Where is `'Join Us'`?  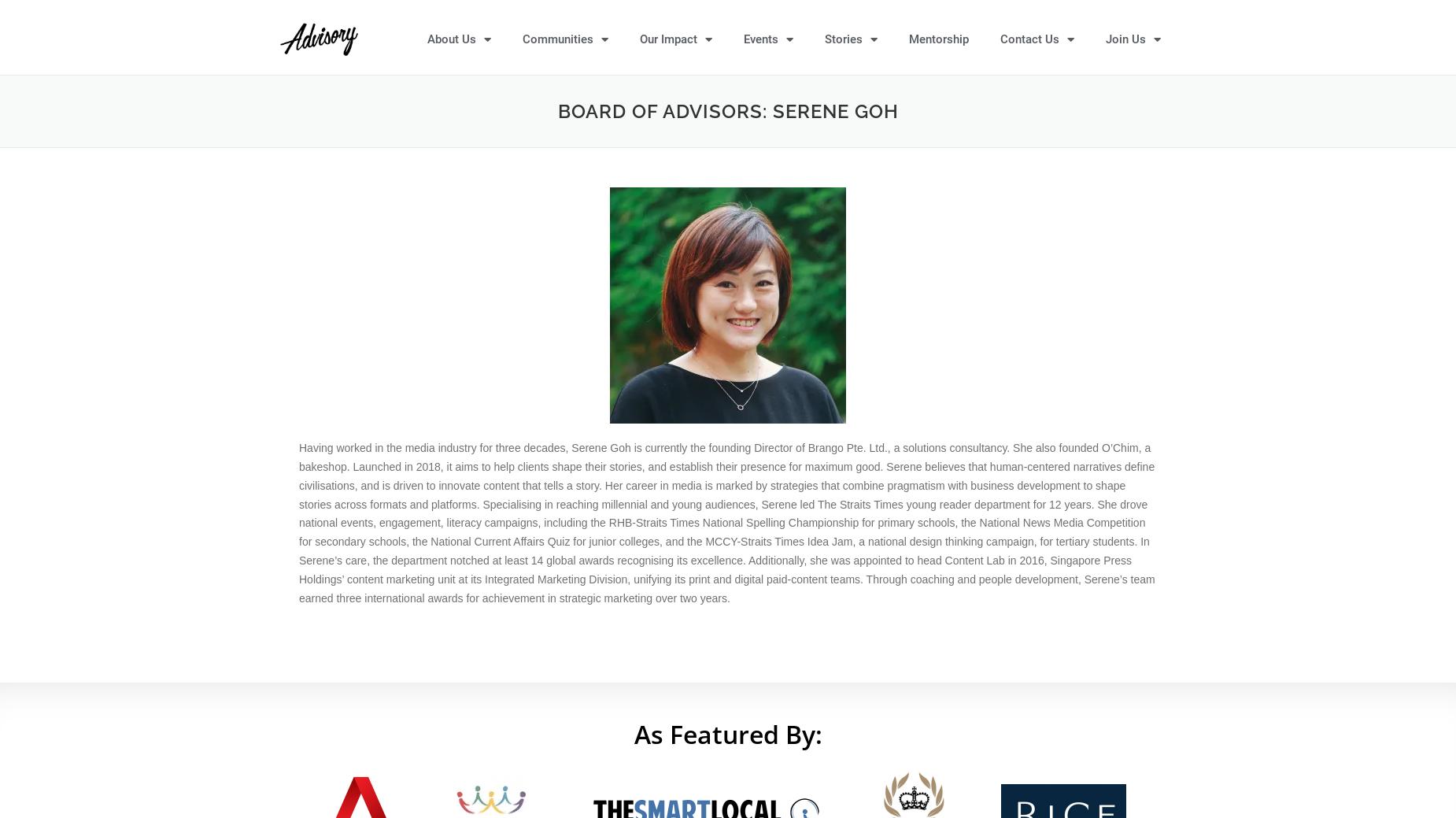
'Join Us' is located at coordinates (1125, 38).